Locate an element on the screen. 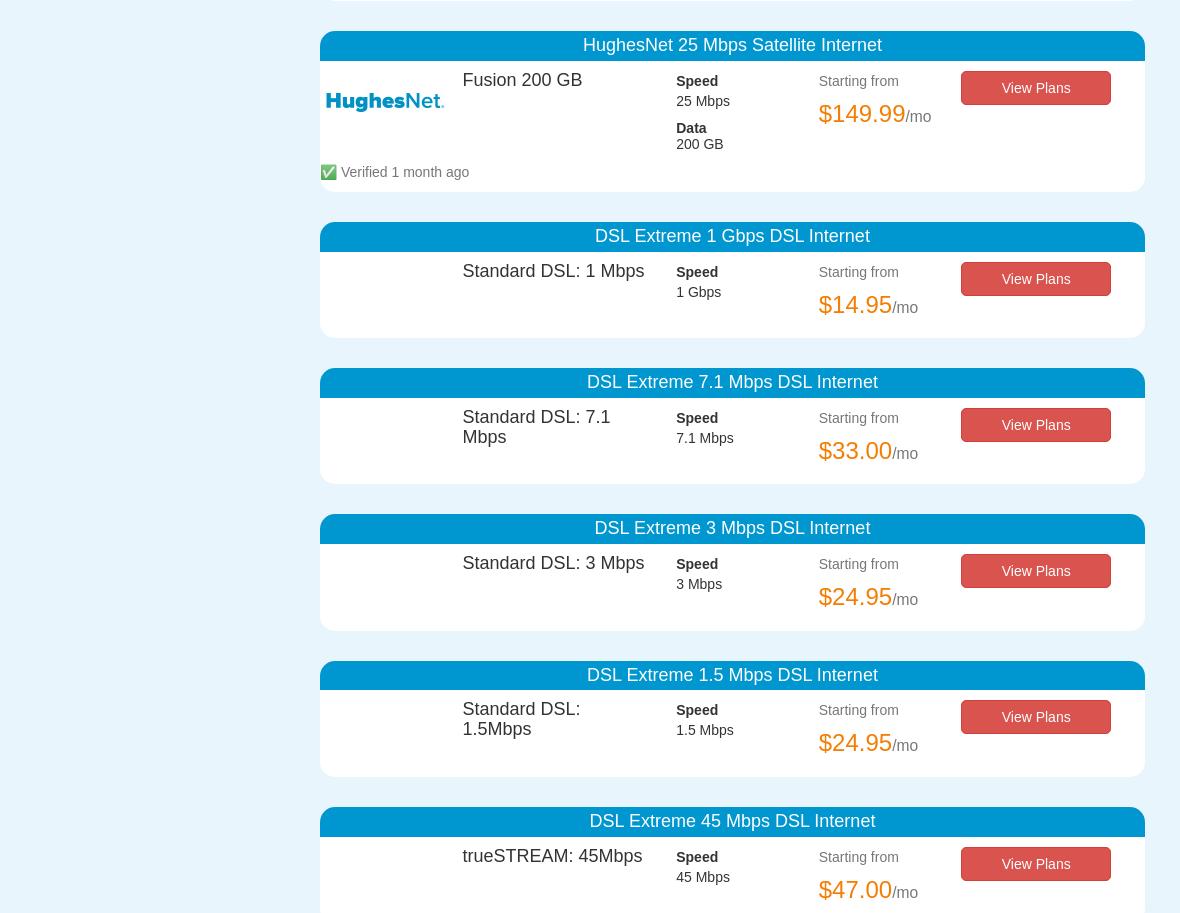 Image resolution: width=1180 pixels, height=913 pixels. '7.1 Mbps' is located at coordinates (703, 437).